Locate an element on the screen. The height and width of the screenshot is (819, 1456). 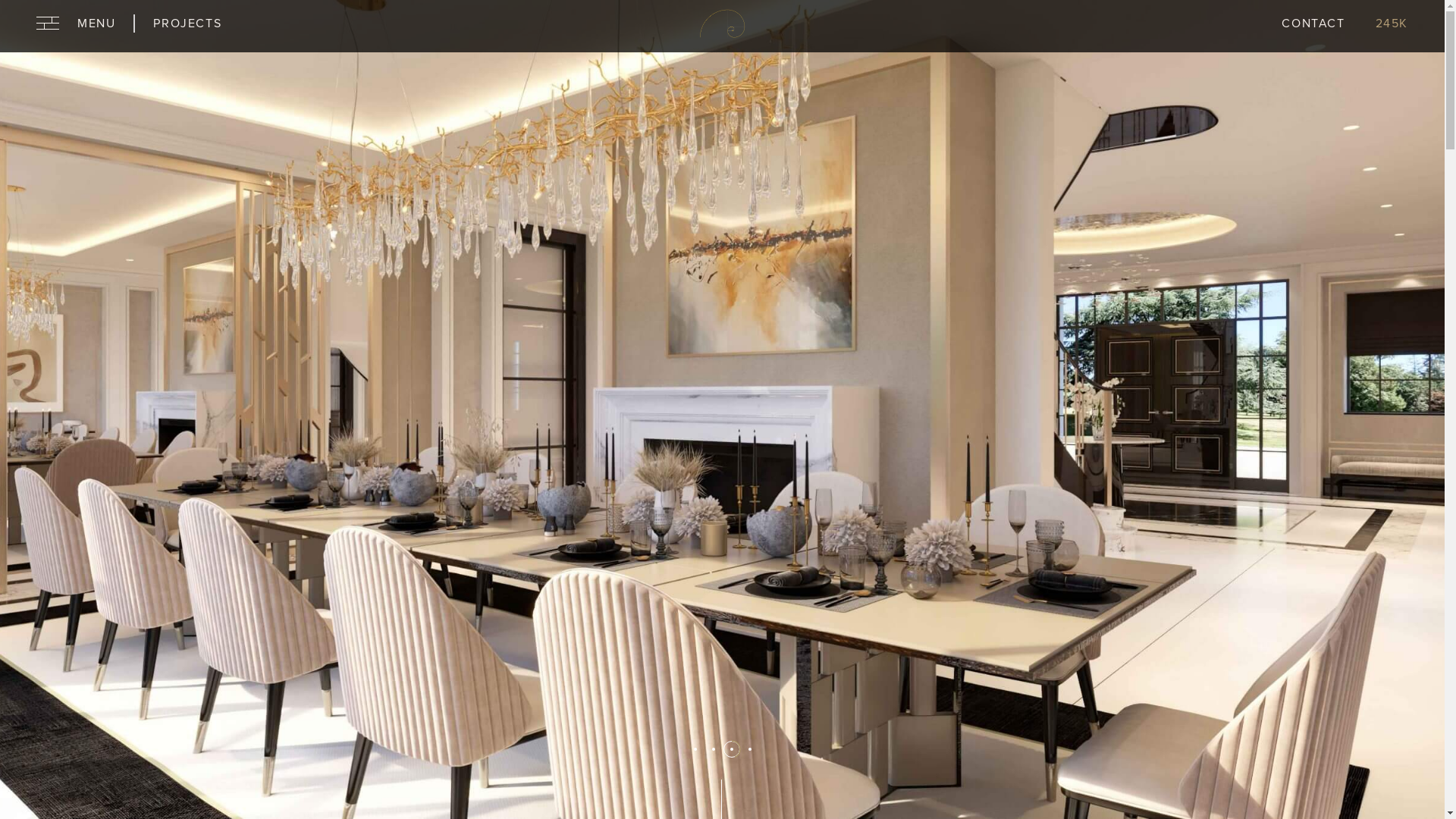
'CONTACT' is located at coordinates (1280, 26).